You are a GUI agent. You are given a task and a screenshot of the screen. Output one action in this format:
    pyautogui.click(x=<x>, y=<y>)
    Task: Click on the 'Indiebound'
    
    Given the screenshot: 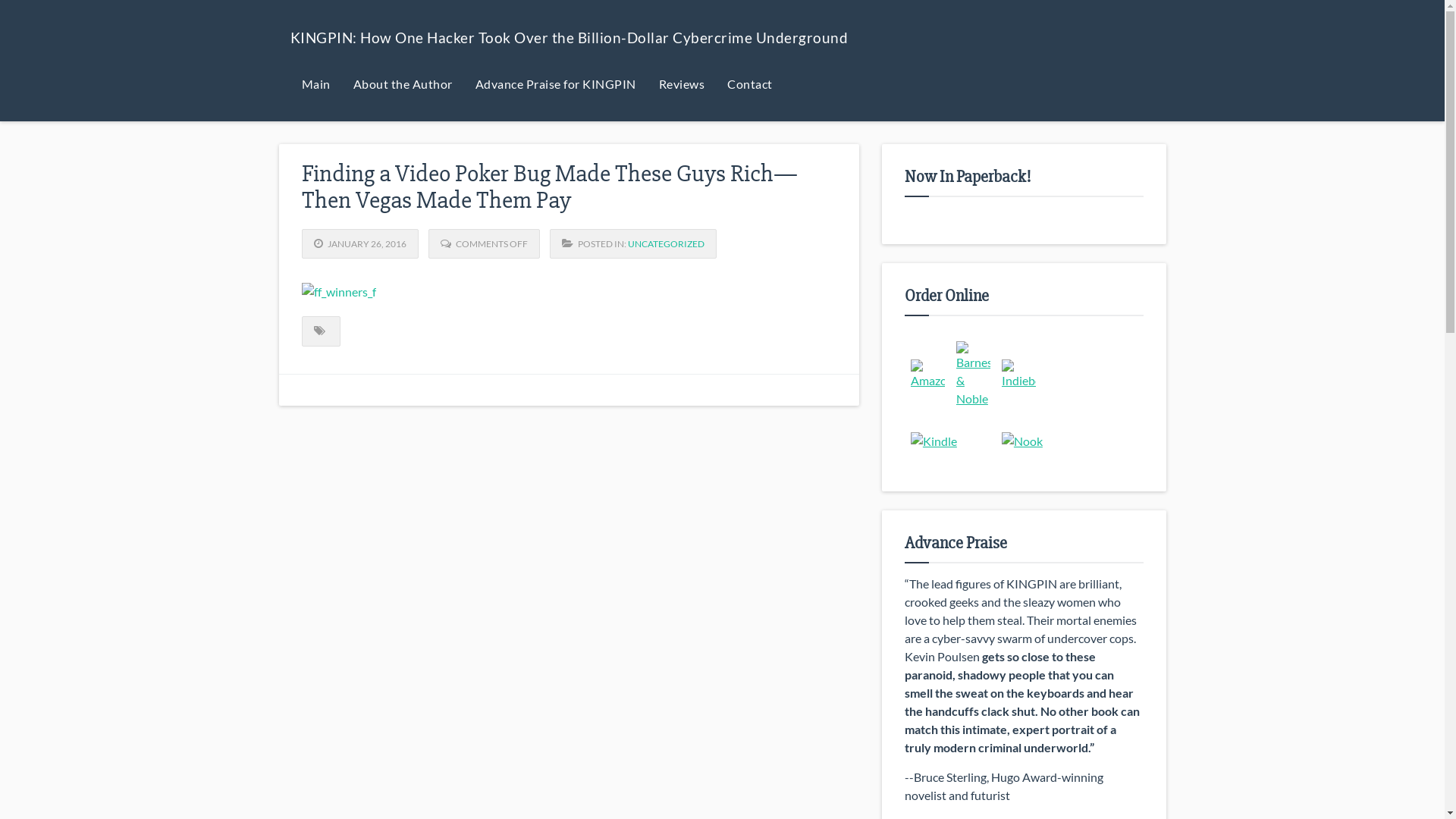 What is the action you would take?
    pyautogui.click(x=1018, y=374)
    